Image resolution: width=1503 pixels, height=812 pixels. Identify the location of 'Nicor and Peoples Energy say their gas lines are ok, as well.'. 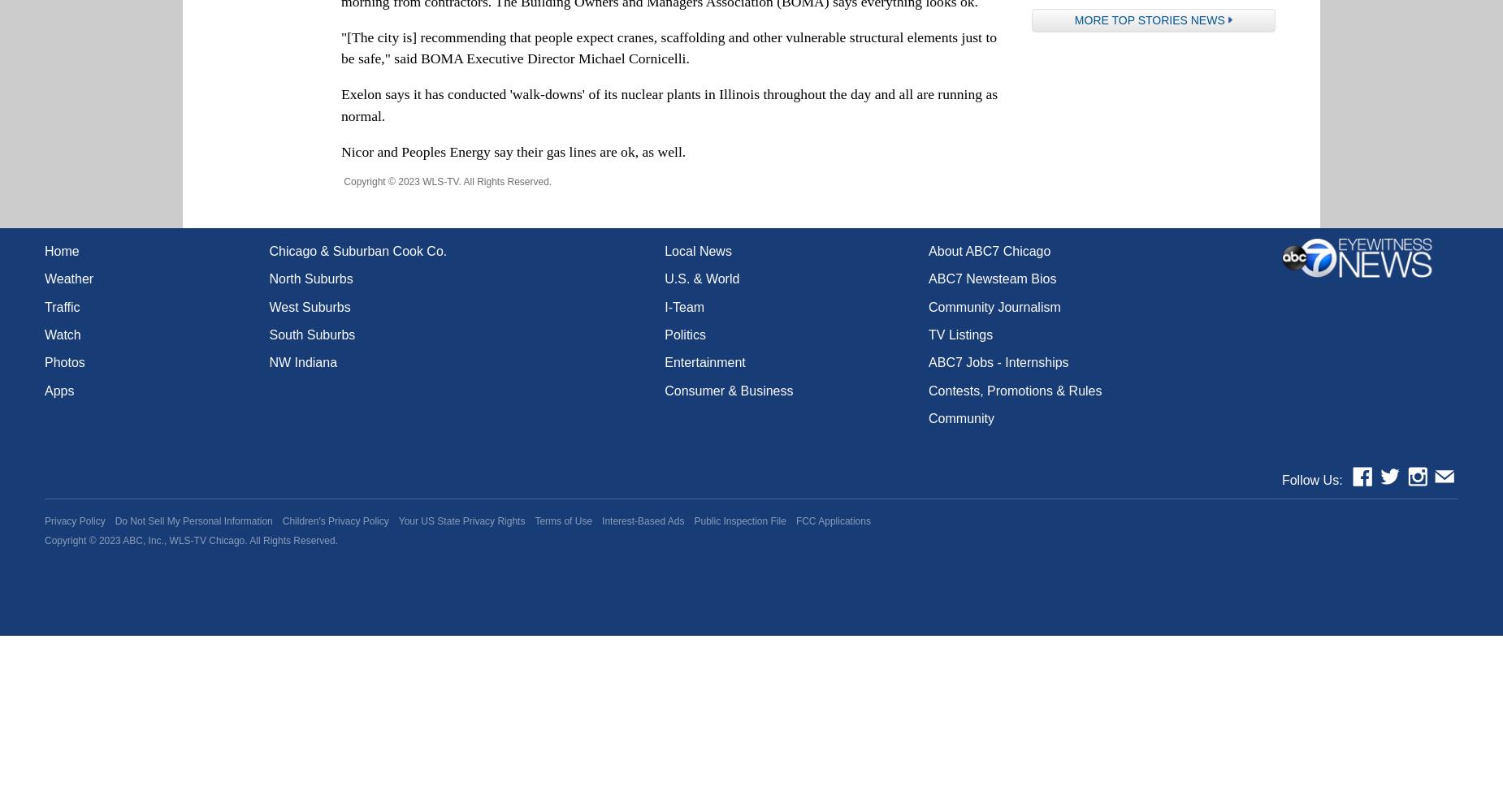
(513, 151).